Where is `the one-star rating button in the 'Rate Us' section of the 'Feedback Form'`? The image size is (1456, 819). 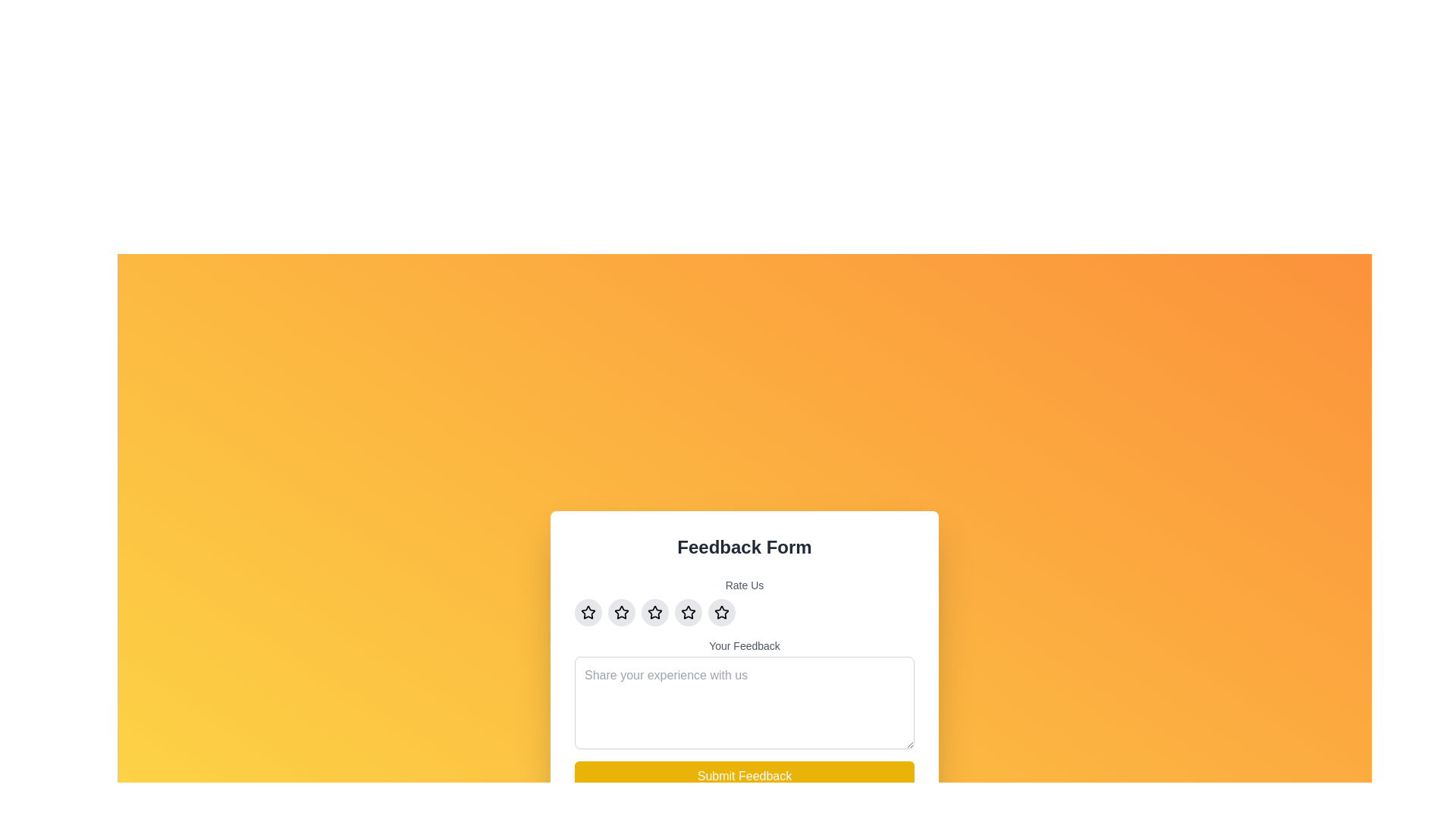
the one-star rating button in the 'Rate Us' section of the 'Feedback Form' is located at coordinates (588, 611).